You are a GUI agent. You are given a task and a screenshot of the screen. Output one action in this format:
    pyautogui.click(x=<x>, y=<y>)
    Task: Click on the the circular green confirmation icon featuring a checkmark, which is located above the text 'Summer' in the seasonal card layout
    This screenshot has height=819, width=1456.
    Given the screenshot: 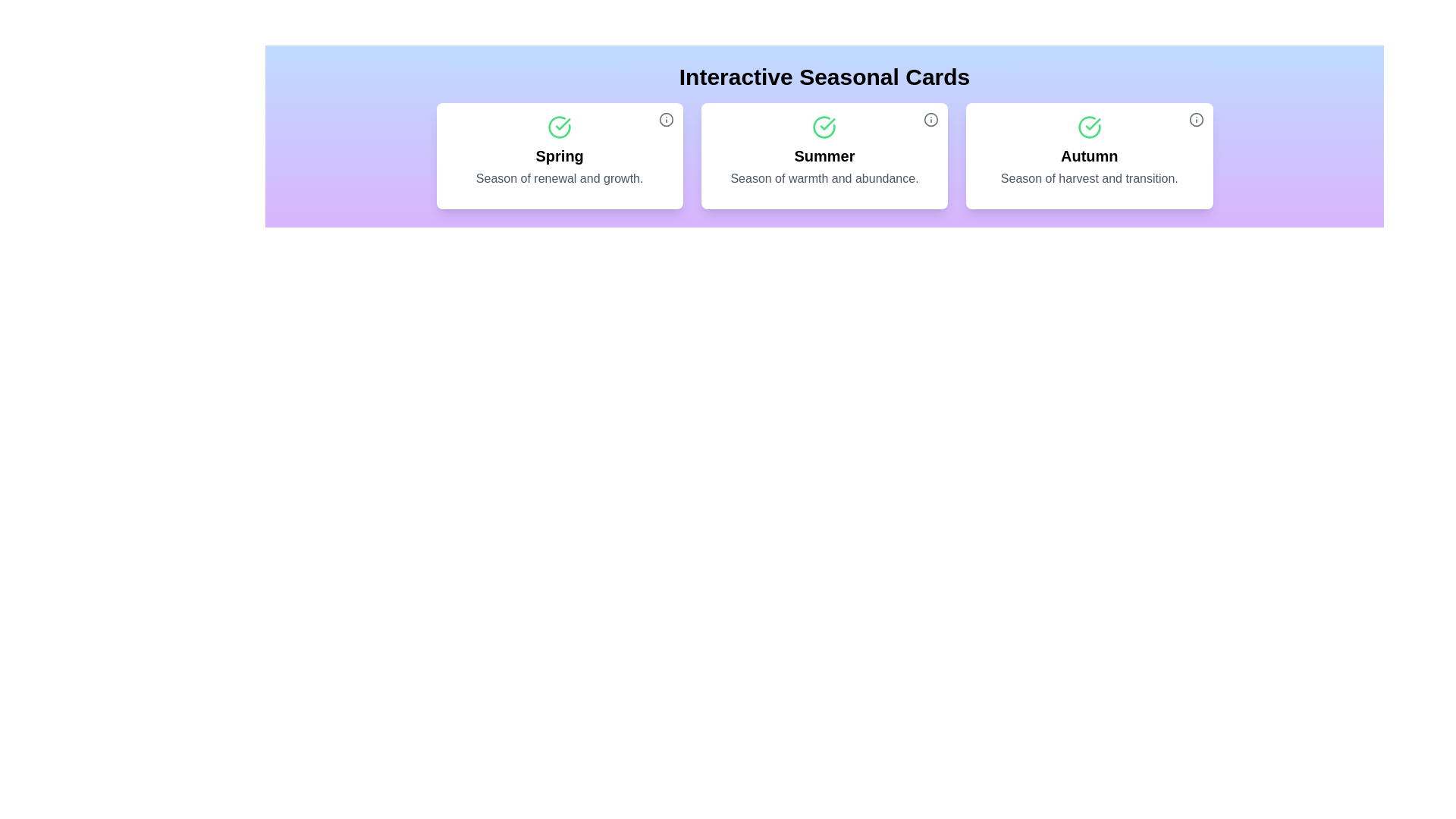 What is the action you would take?
    pyautogui.click(x=824, y=127)
    